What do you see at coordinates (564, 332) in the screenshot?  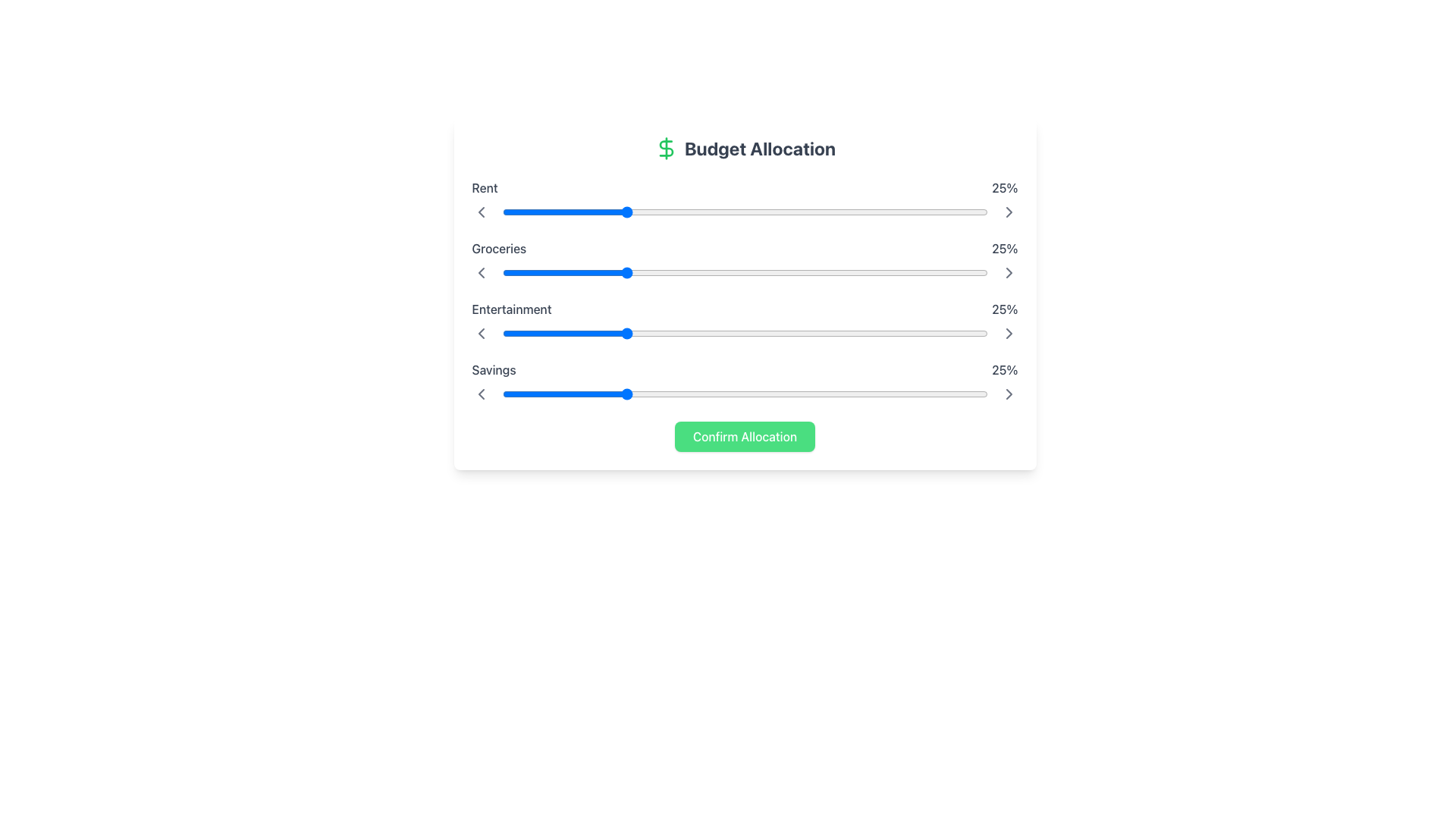 I see `the slider value` at bounding box center [564, 332].